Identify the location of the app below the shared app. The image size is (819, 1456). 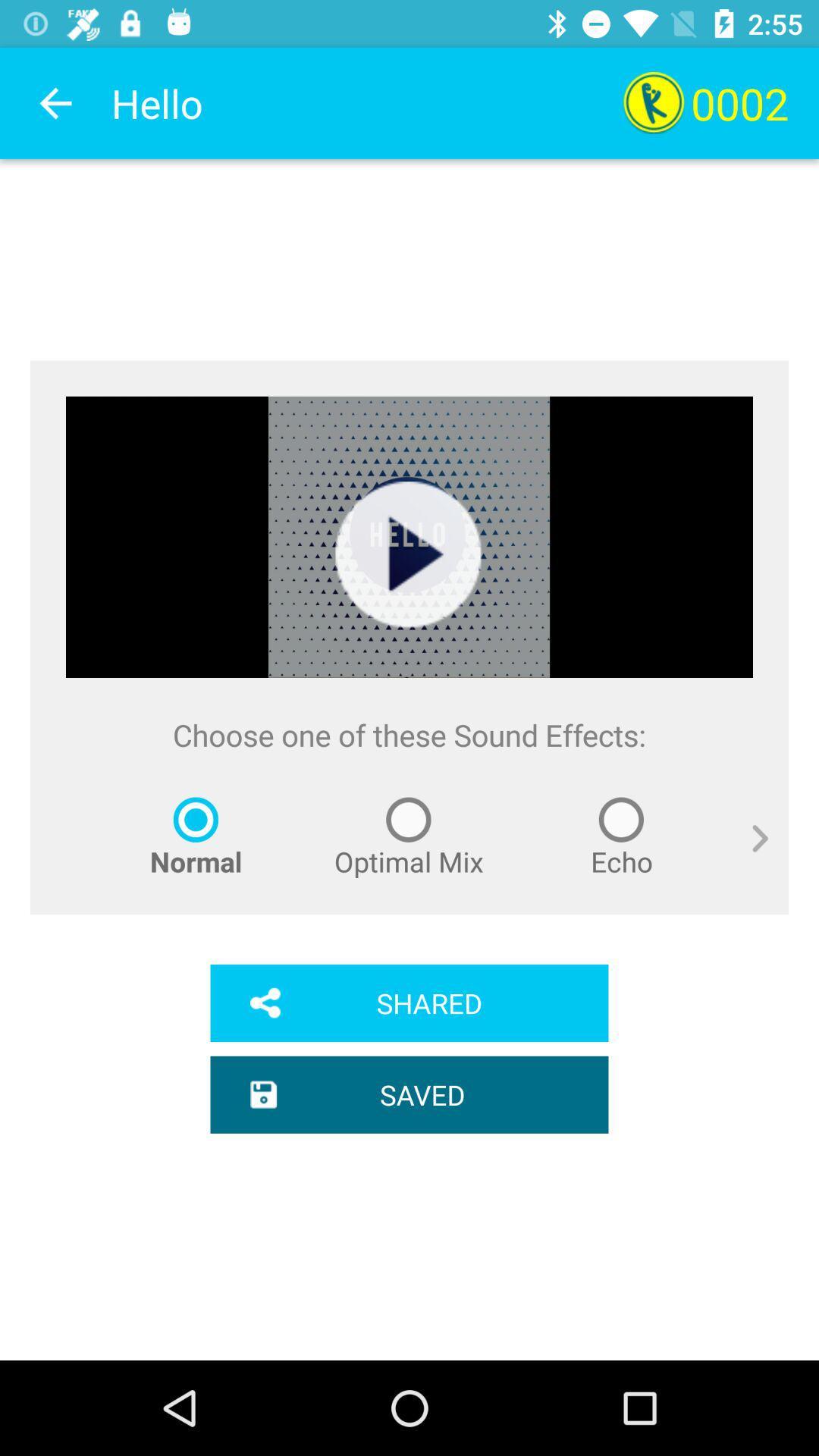
(409, 1094).